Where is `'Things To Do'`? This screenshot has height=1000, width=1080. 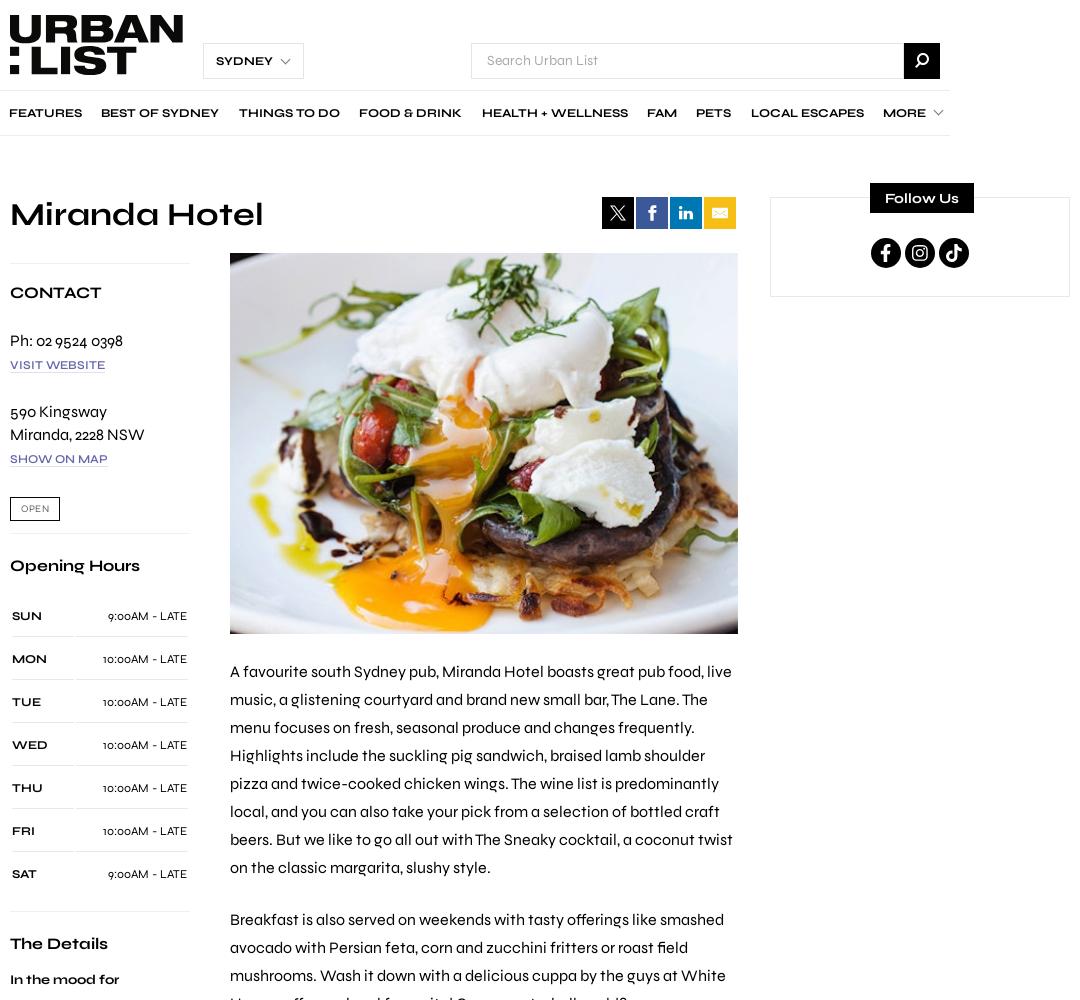
'Things To Do' is located at coordinates (237, 112).